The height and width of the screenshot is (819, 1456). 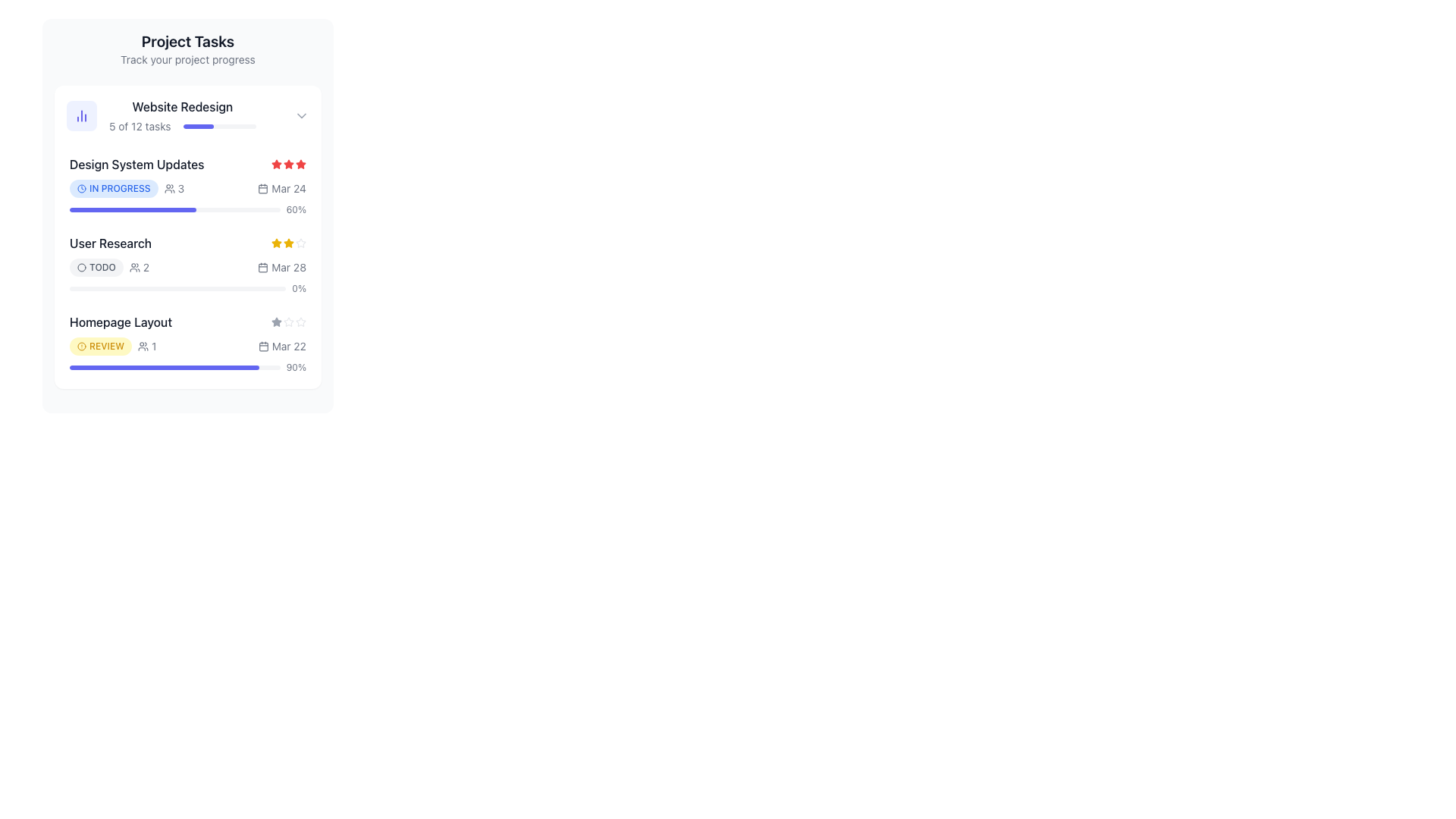 I want to click on the user icon, which is a group of three silhouettes styled in black or gray, located to the left of the user count in the 'Design System Updates' section of the task list, so click(x=169, y=188).